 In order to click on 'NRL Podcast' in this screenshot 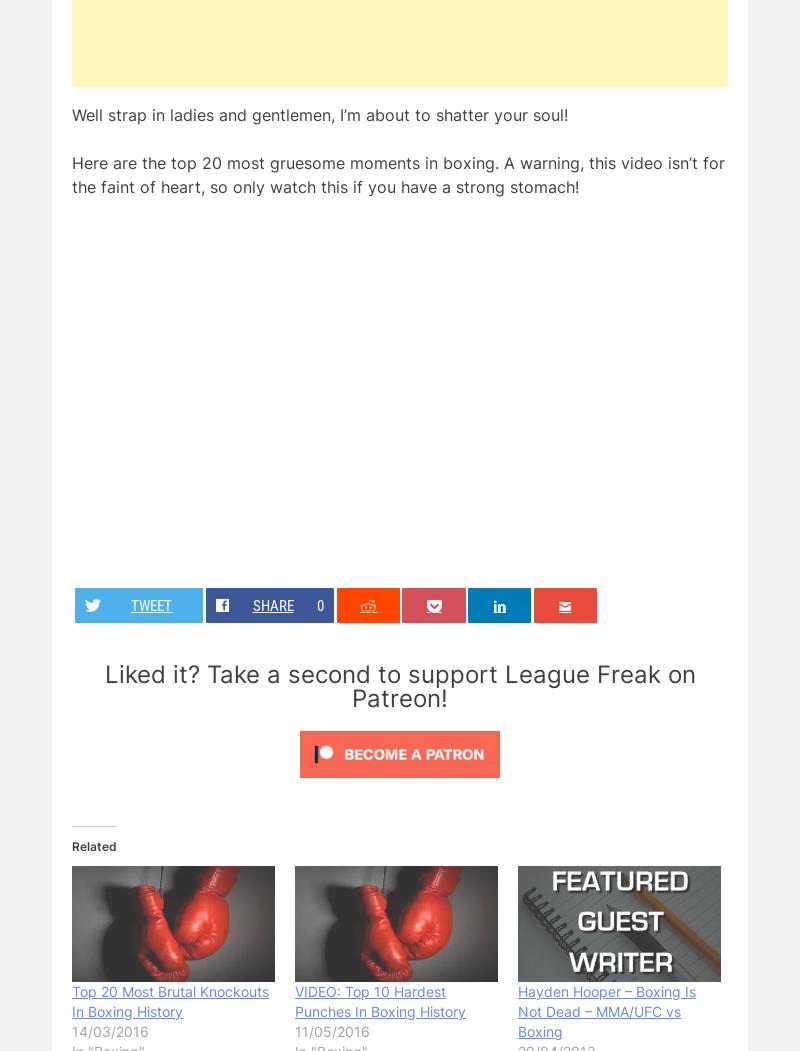, I will do `click(472, 795)`.